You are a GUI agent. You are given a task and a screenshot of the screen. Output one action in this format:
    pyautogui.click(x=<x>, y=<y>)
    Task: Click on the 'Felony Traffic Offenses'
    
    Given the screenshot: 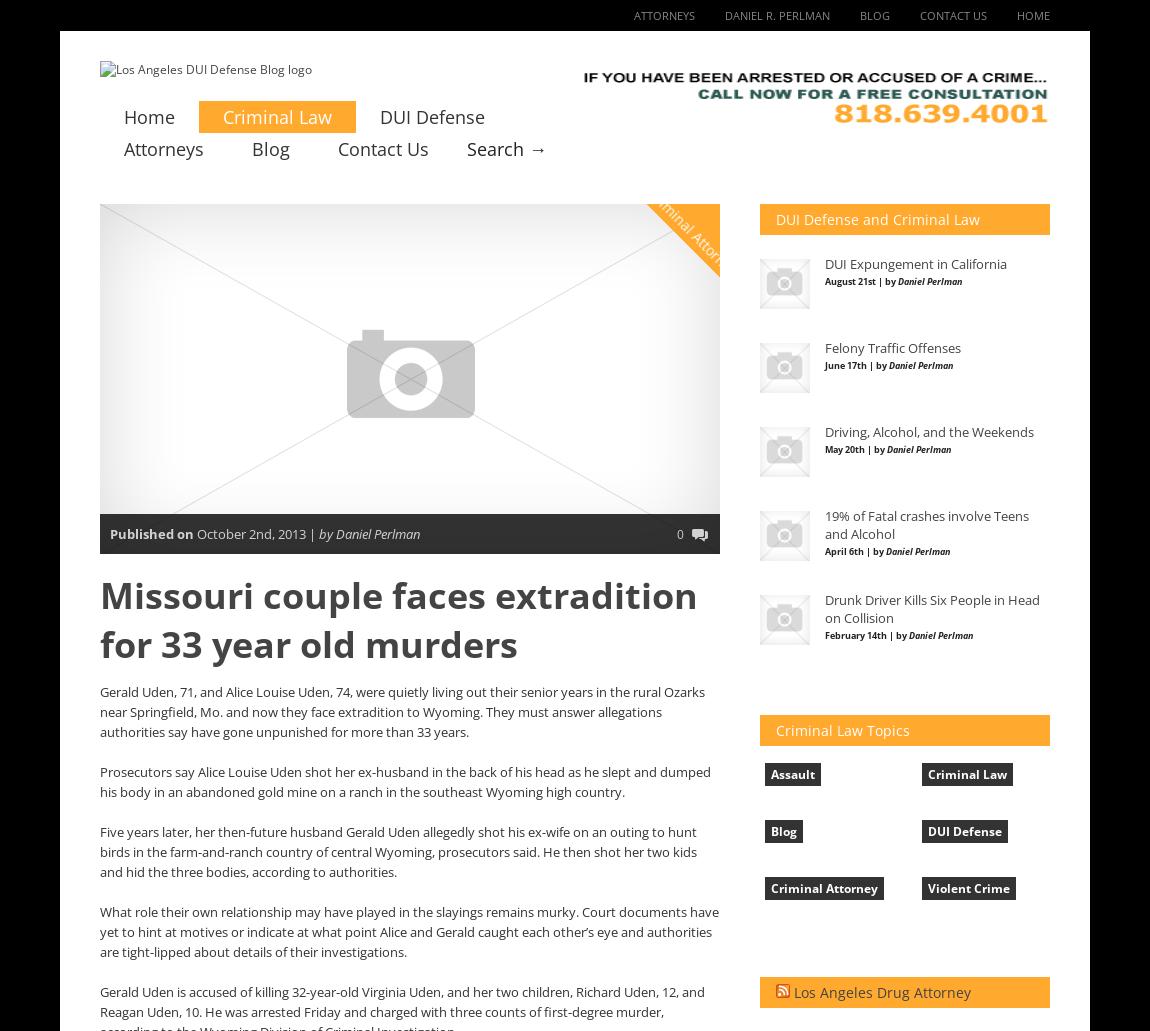 What is the action you would take?
    pyautogui.click(x=892, y=346)
    